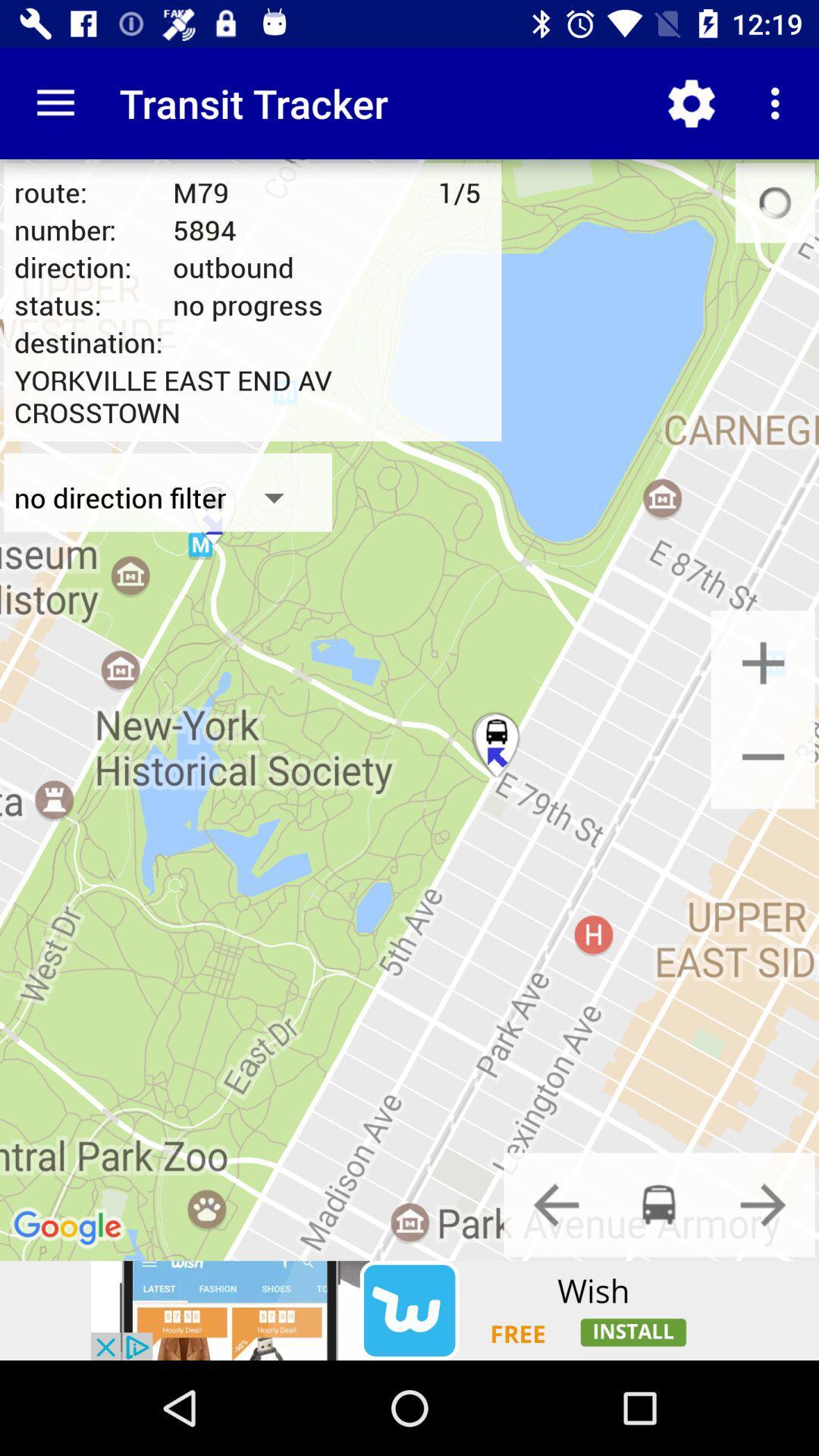 The height and width of the screenshot is (1456, 819). Describe the element at coordinates (763, 663) in the screenshot. I see `resize option` at that location.